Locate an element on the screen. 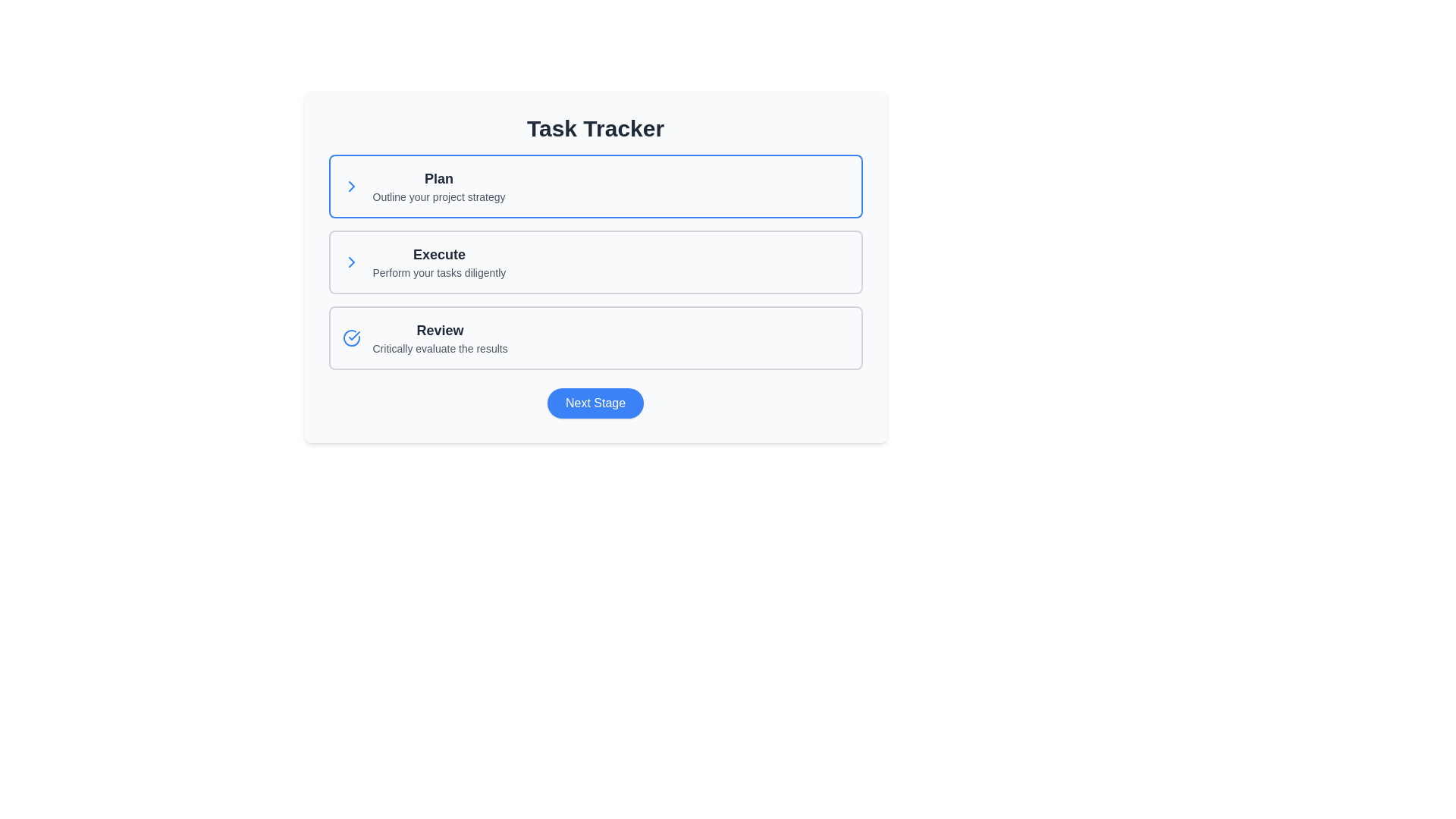 The width and height of the screenshot is (1456, 819). the icon located at the leftmost side of the 'Execute' task panel is located at coordinates (350, 262).